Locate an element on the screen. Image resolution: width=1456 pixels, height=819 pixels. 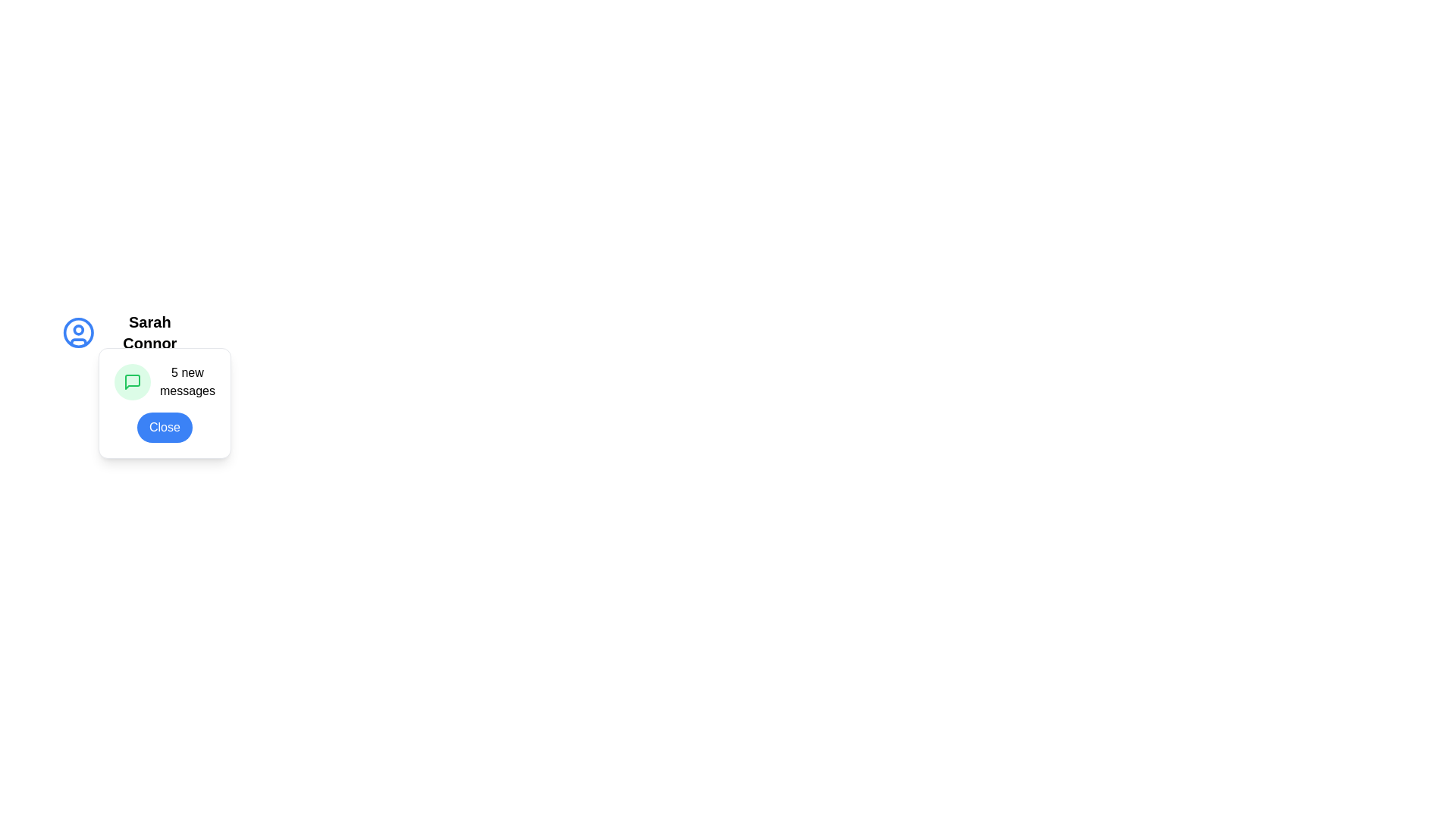
the user profile icon, which is a blue circular outline with a smaller head shape and shoulders, located to the left of the text 'Sarah Connor' is located at coordinates (77, 332).